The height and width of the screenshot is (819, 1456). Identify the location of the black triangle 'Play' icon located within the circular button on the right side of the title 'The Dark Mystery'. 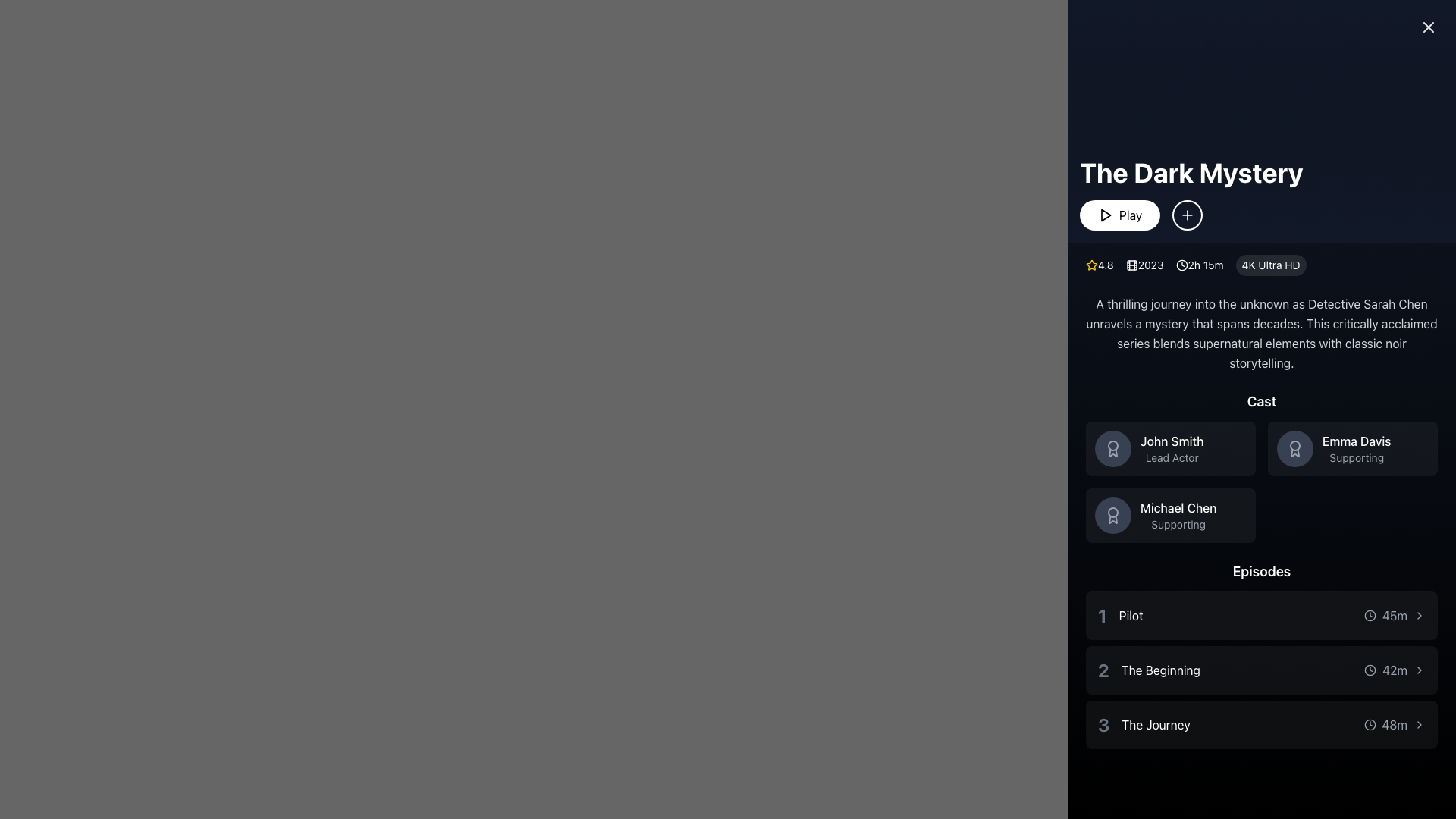
(1106, 215).